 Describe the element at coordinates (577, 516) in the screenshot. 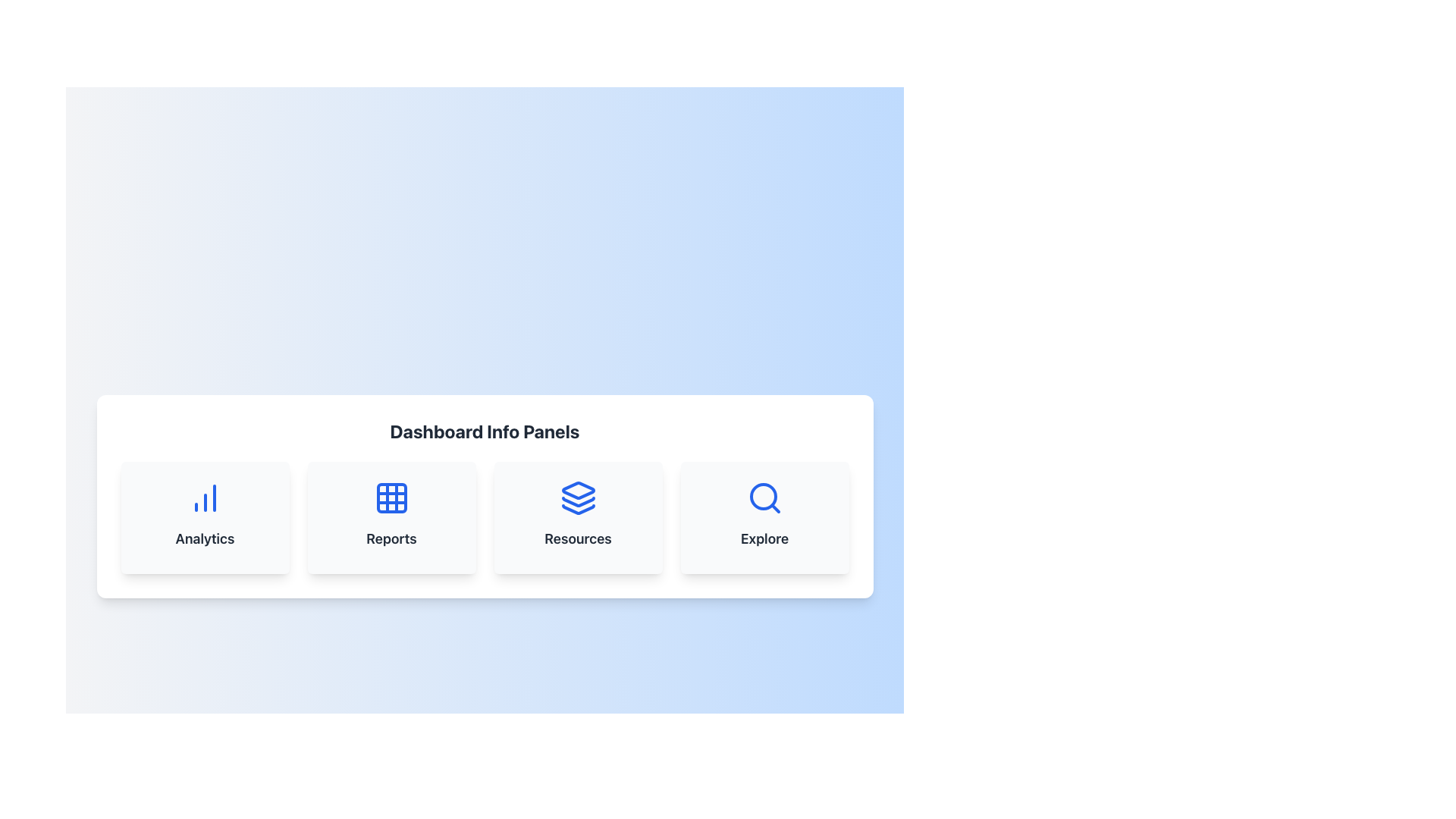

I see `the 'Resources' card, which is the third card in the horizontal grid of four cards in the 'Dashboard Info Panels' section` at that location.